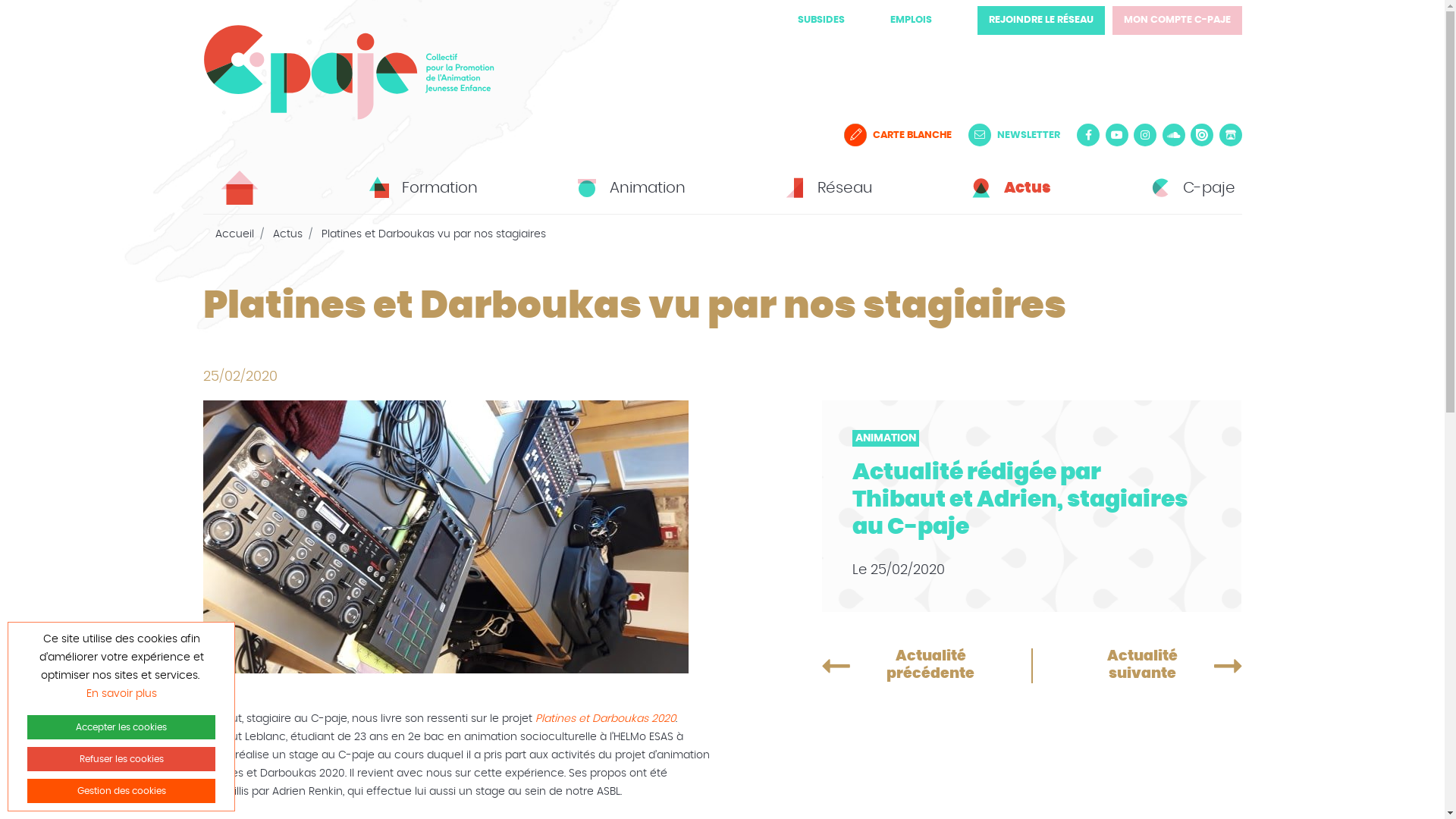 The height and width of the screenshot is (819, 1456). What do you see at coordinates (121, 693) in the screenshot?
I see `'En savoir plus'` at bounding box center [121, 693].